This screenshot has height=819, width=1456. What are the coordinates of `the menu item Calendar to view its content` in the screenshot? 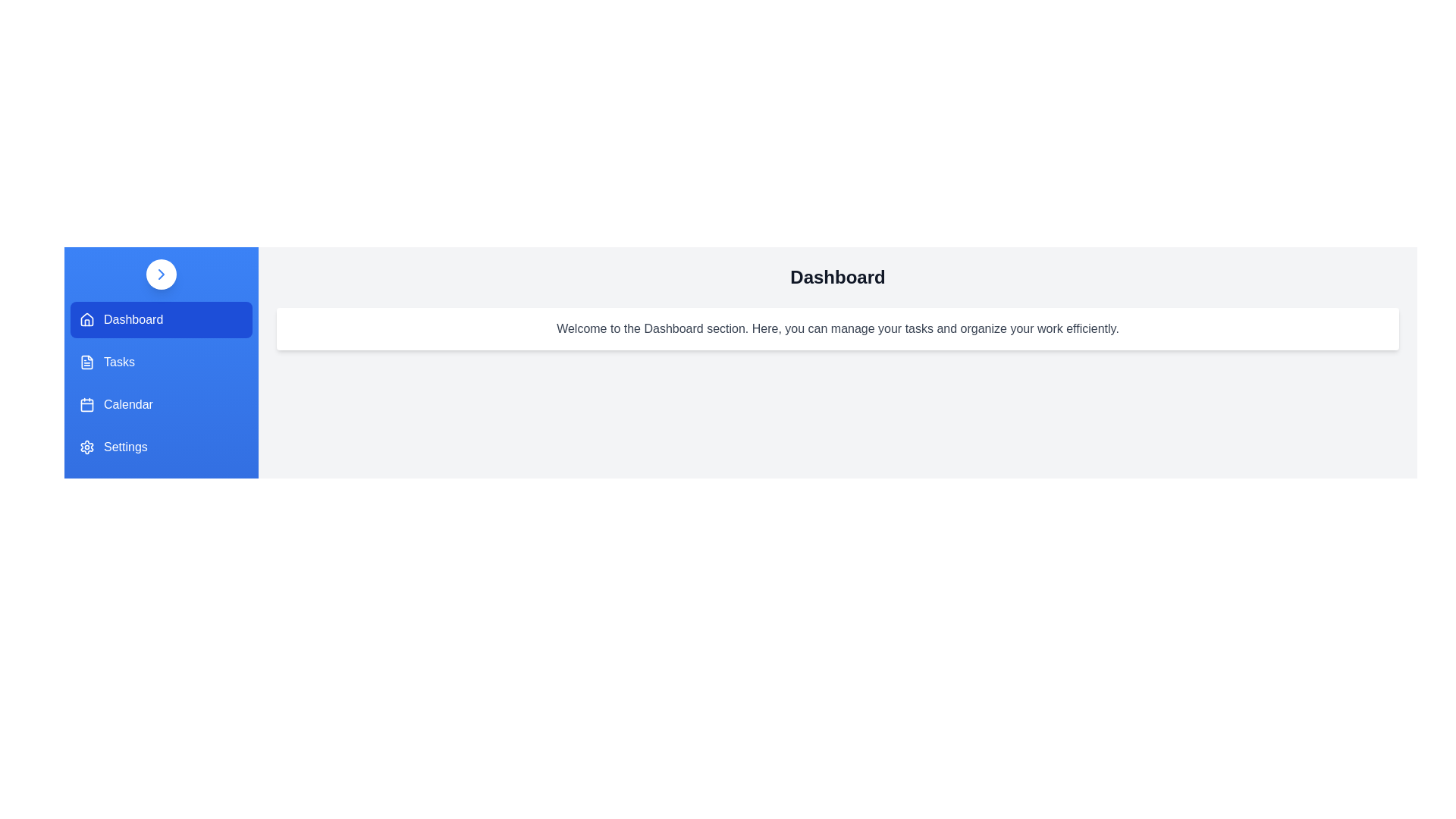 It's located at (161, 403).